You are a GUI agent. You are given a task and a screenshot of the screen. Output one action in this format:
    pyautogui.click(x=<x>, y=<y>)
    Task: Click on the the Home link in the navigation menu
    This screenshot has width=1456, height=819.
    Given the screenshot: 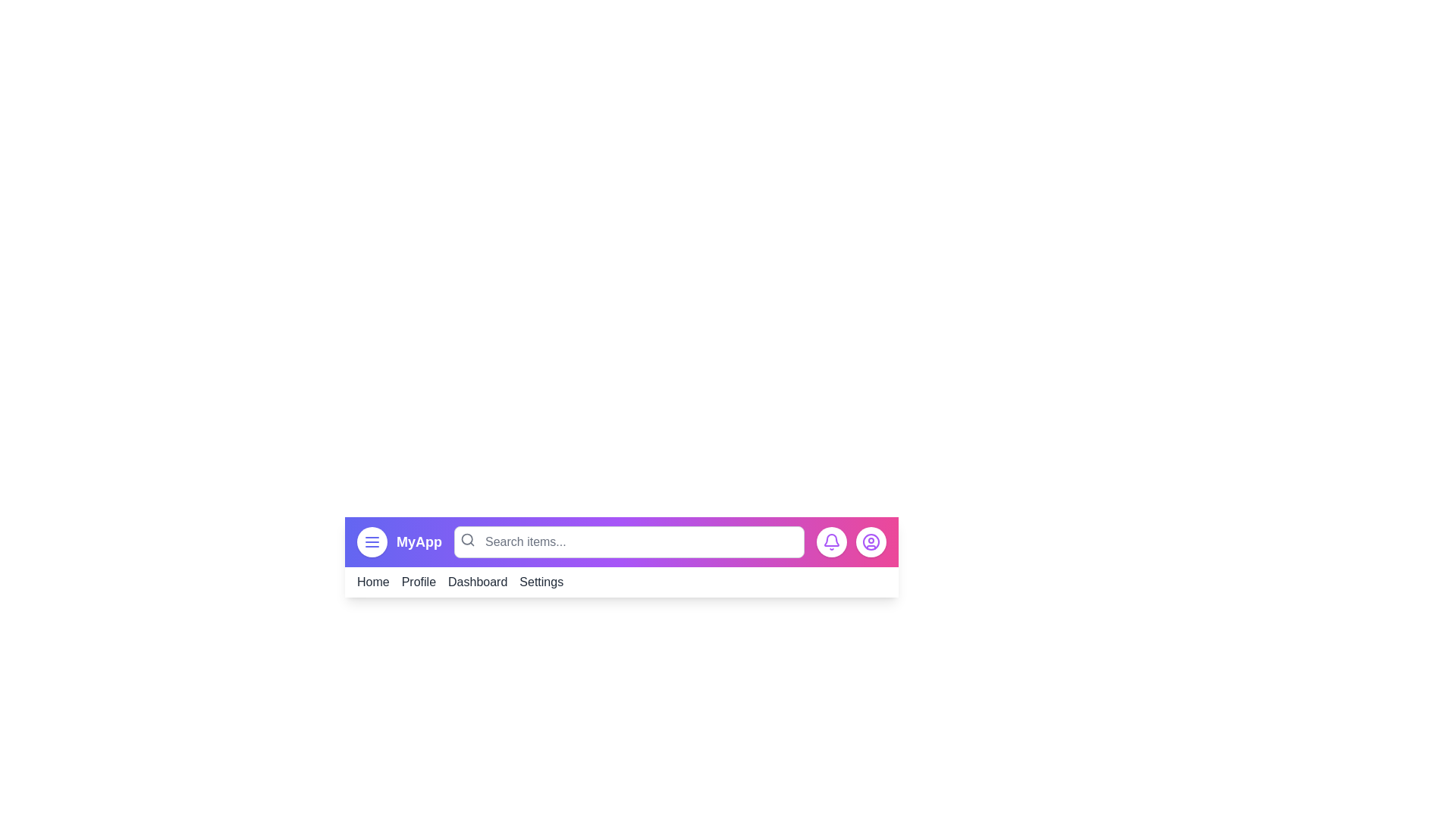 What is the action you would take?
    pyautogui.click(x=372, y=581)
    